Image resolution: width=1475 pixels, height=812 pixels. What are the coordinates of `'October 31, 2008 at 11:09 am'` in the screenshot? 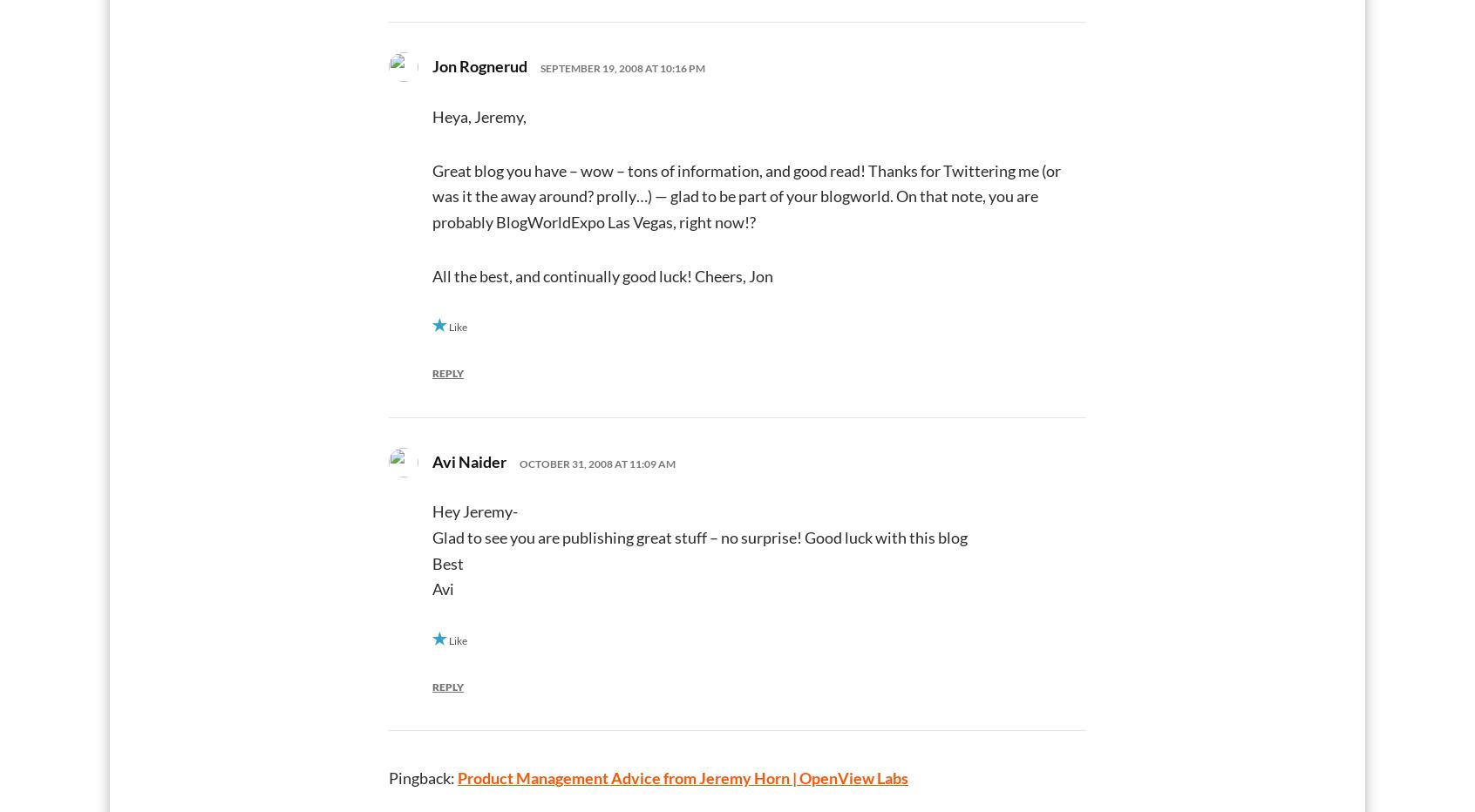 It's located at (597, 463).